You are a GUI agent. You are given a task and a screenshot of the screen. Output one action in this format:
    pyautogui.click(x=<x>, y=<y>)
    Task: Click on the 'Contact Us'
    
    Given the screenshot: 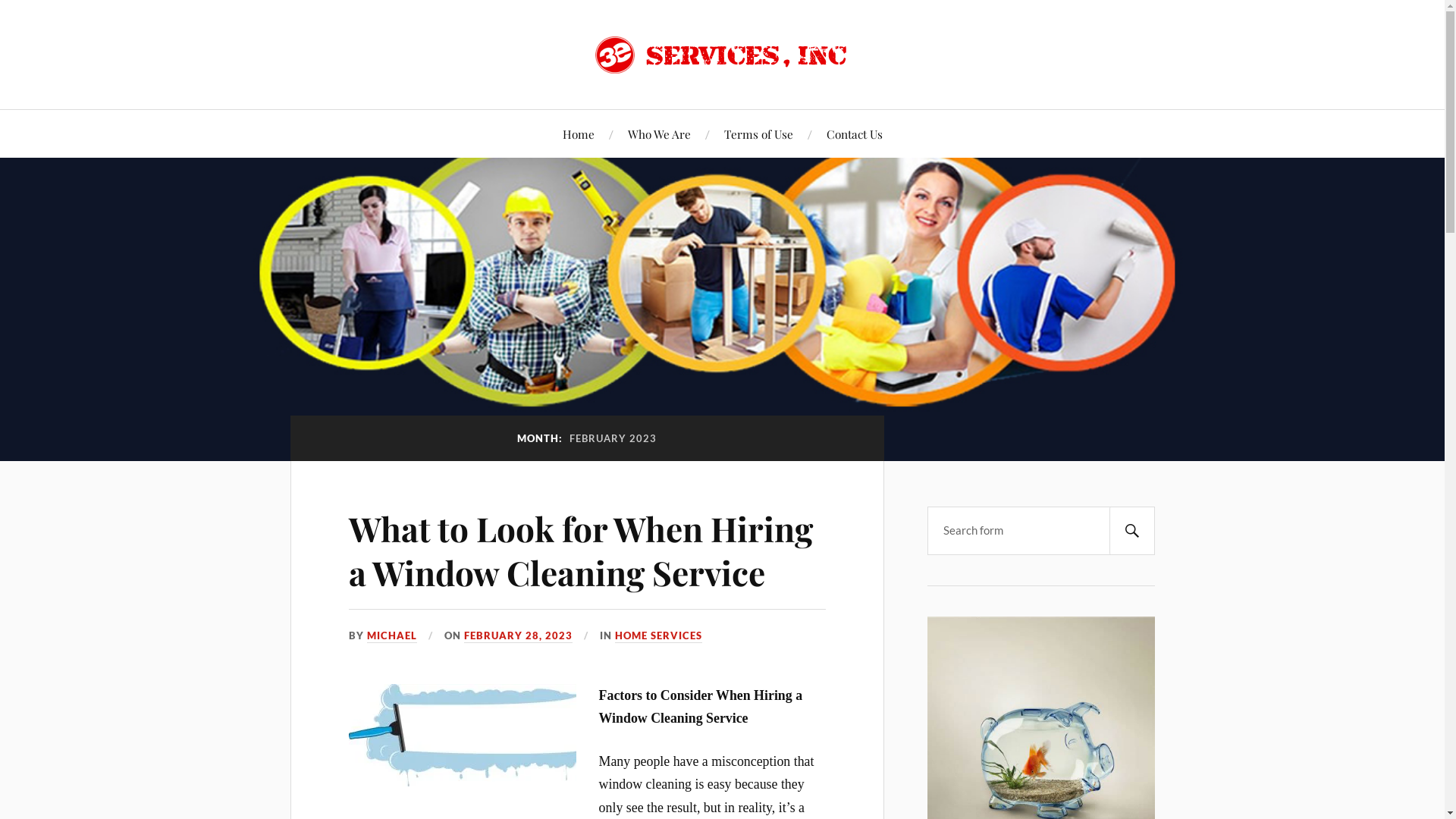 What is the action you would take?
    pyautogui.click(x=855, y=133)
    